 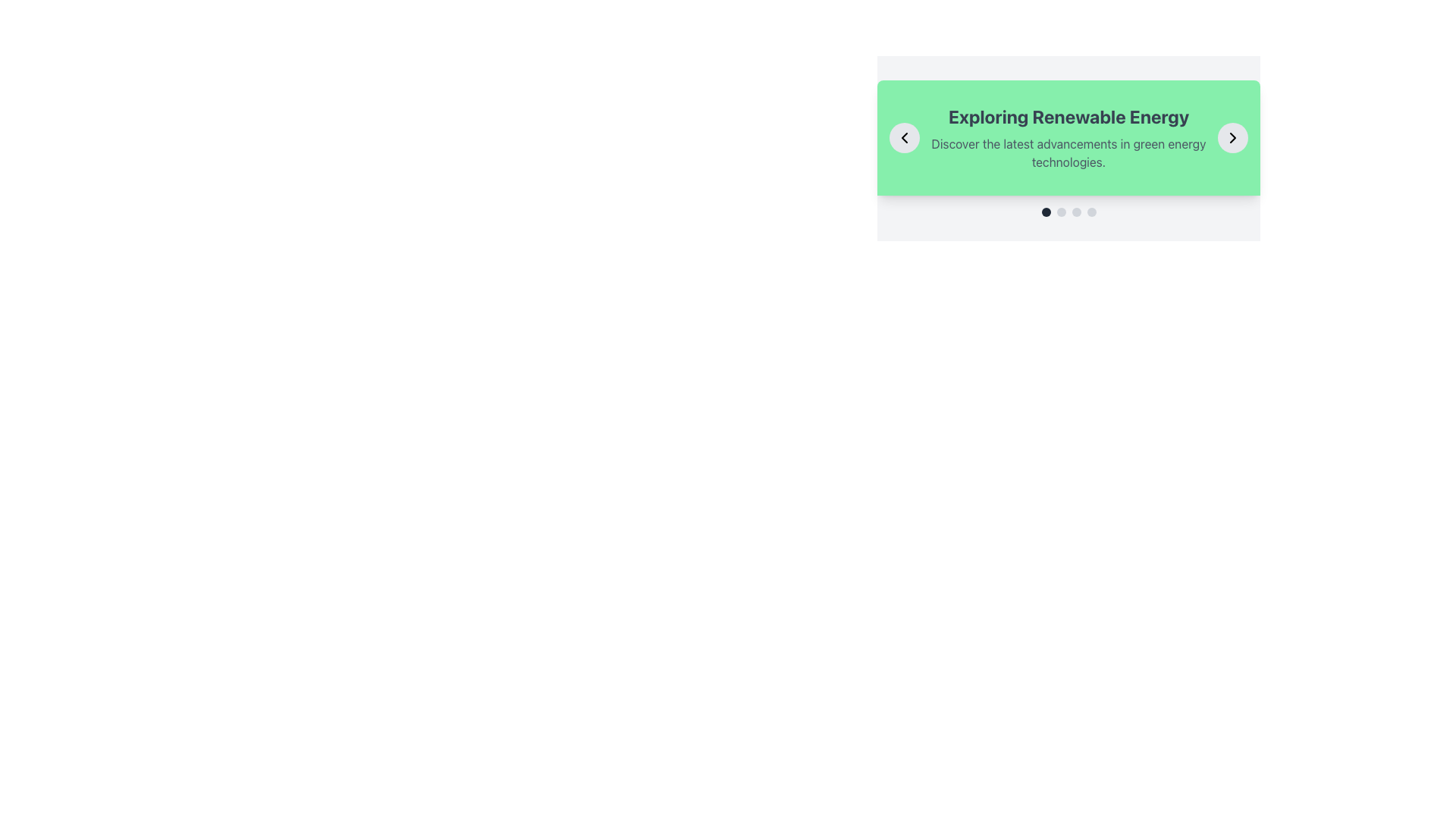 What do you see at coordinates (1233, 137) in the screenshot?
I see `the small triangular-shaped right-pointing arrow icon within the rightmost interactive button of the carousel` at bounding box center [1233, 137].